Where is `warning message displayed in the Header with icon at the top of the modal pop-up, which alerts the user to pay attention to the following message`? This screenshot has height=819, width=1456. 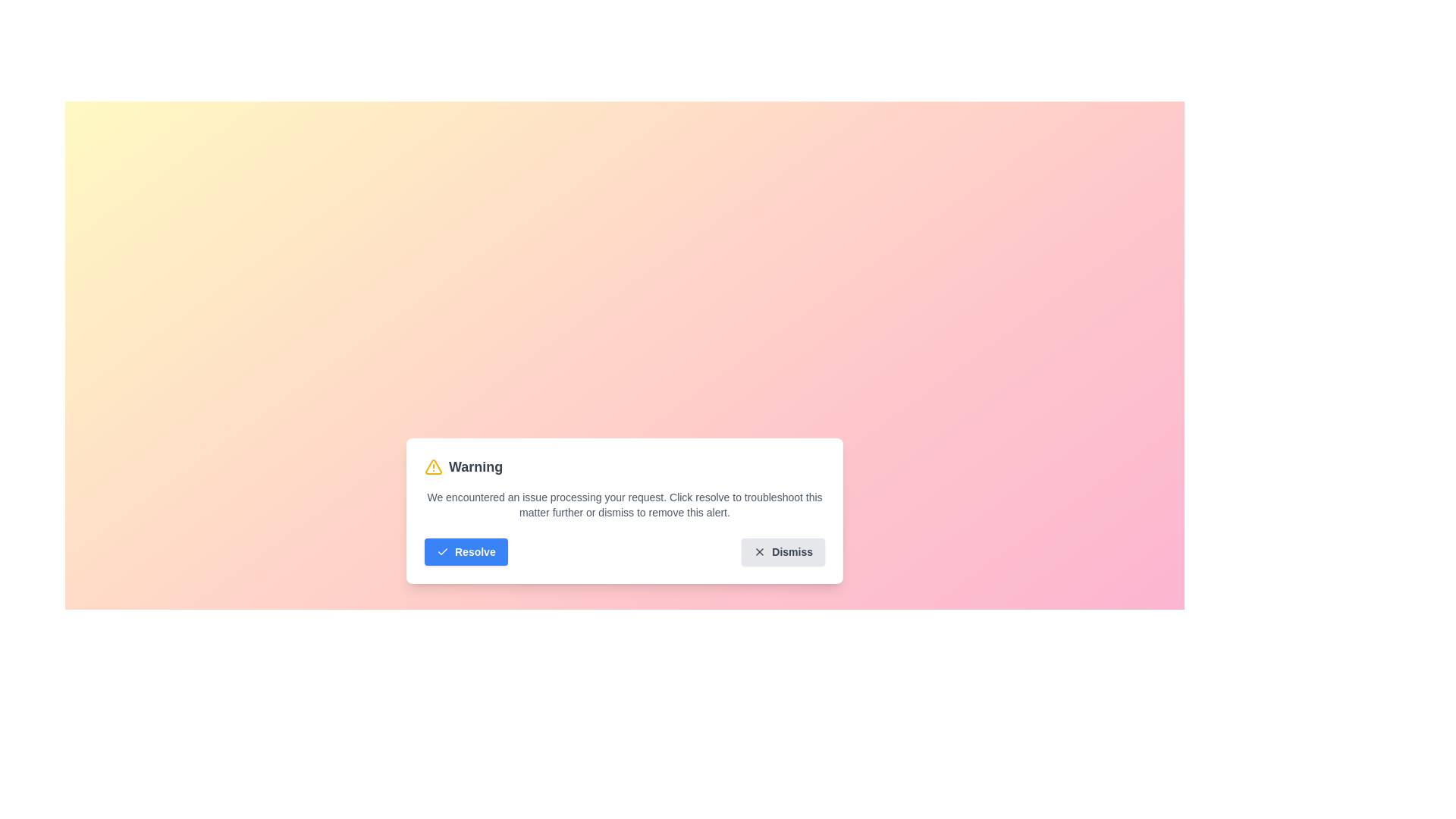 warning message displayed in the Header with icon at the top of the modal pop-up, which alerts the user to pay attention to the following message is located at coordinates (463, 466).